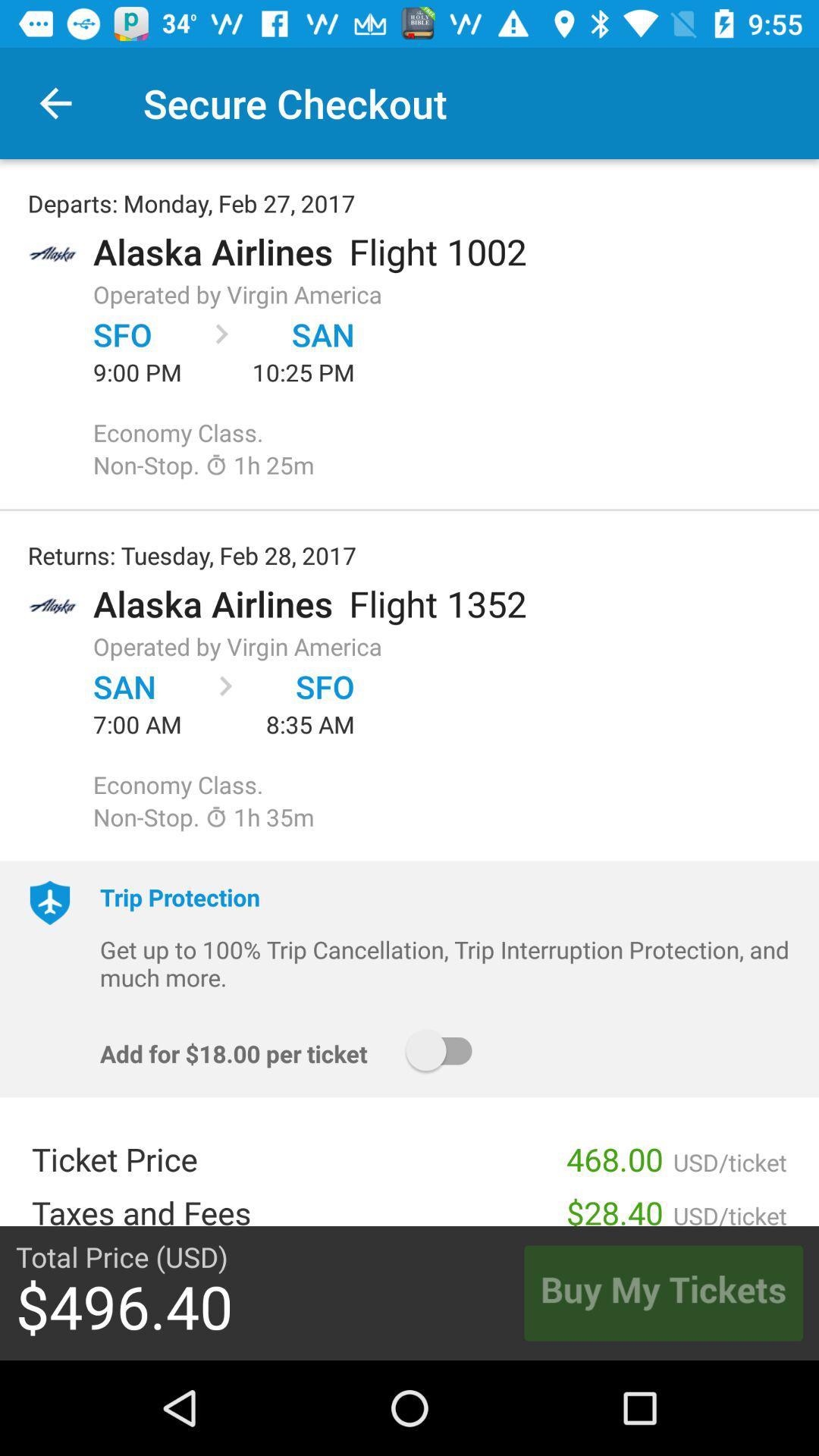 The image size is (819, 1456). Describe the element at coordinates (445, 1050) in the screenshot. I see `the item to the right of the add for 18` at that location.